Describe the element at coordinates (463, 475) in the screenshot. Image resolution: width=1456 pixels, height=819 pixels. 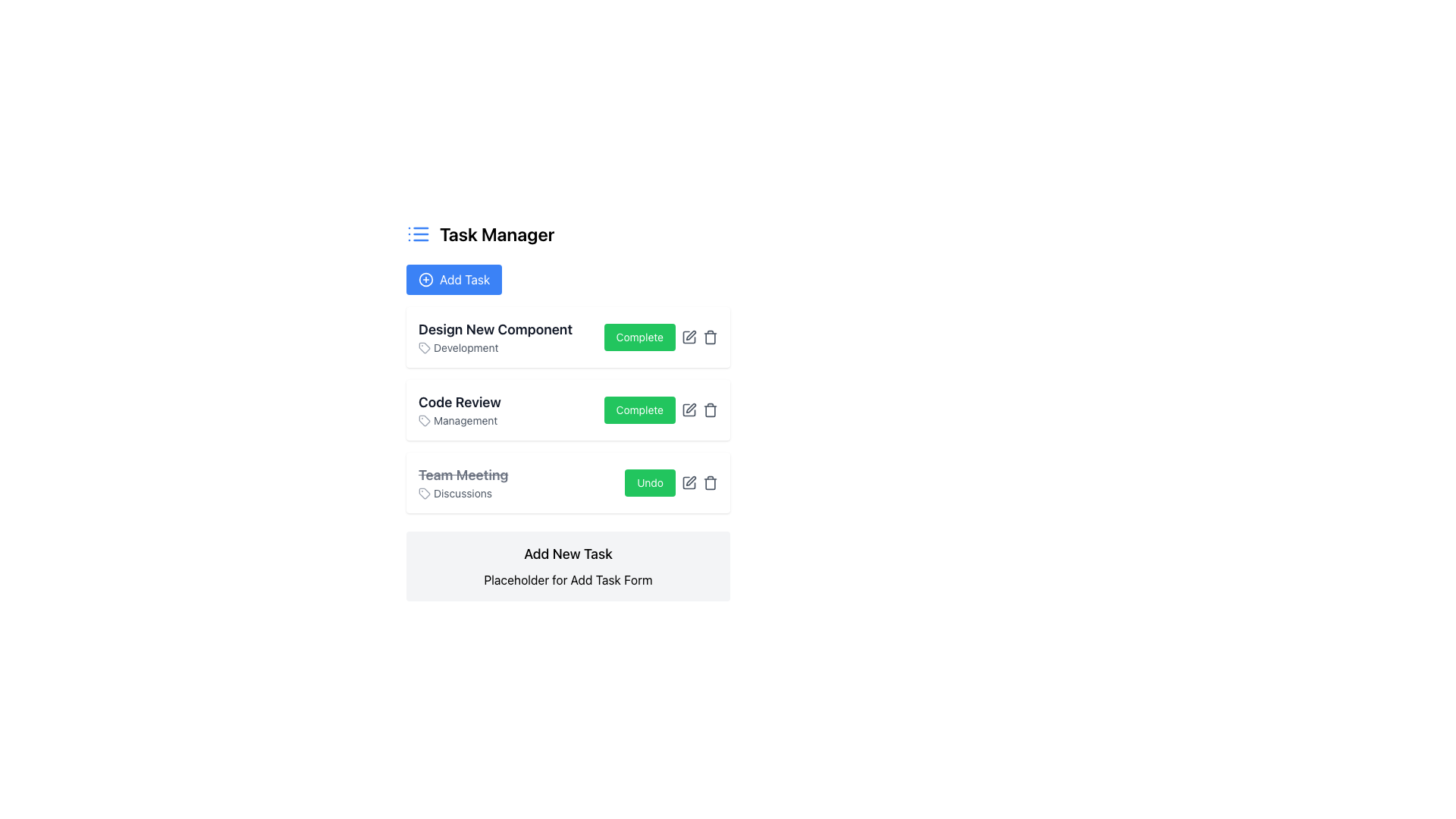
I see `the completed task label indicating 'Team MeetingDiscussions'` at that location.